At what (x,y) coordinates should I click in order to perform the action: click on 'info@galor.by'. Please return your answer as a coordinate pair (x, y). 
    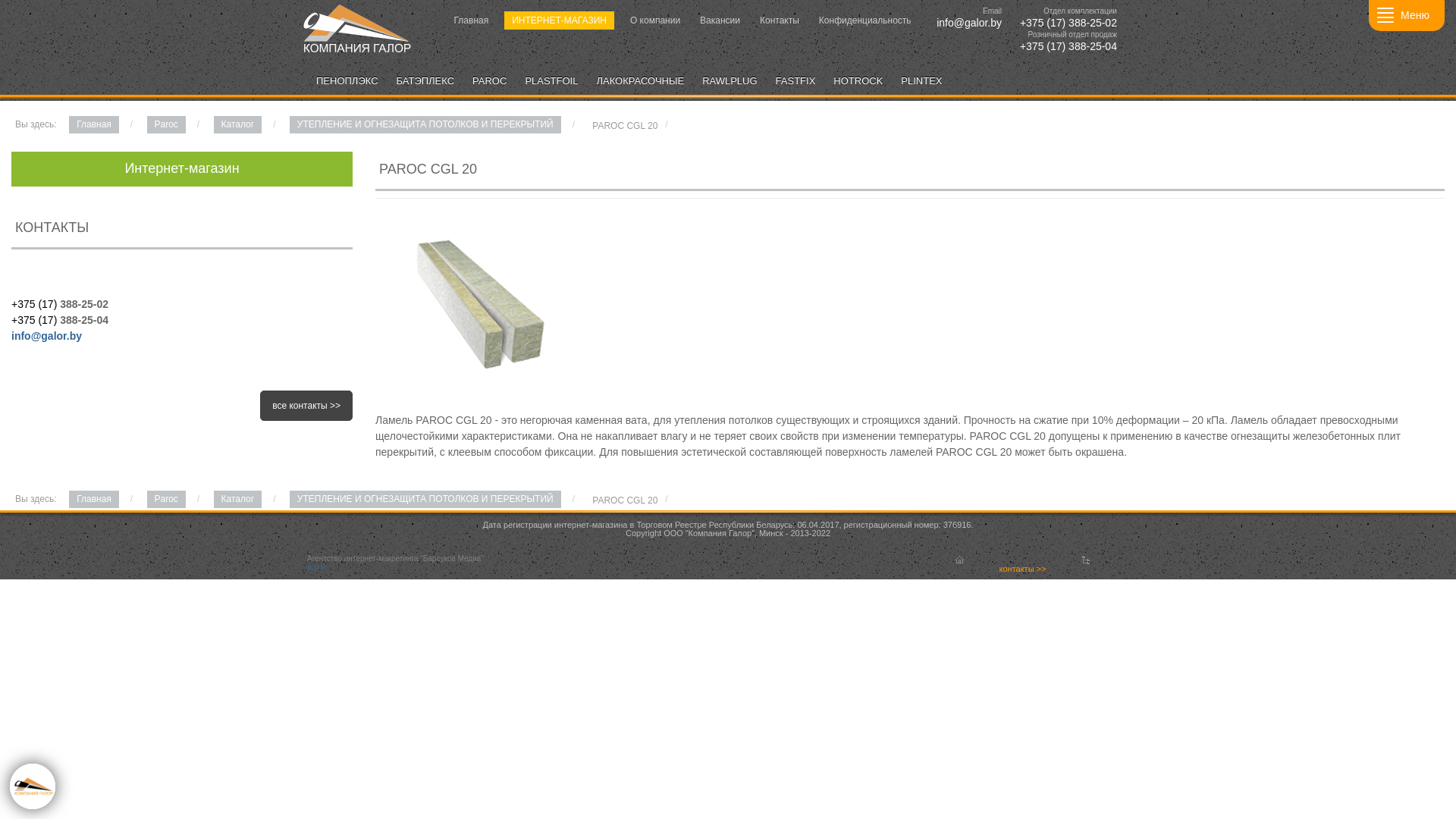
    Looking at the image, I should click on (46, 335).